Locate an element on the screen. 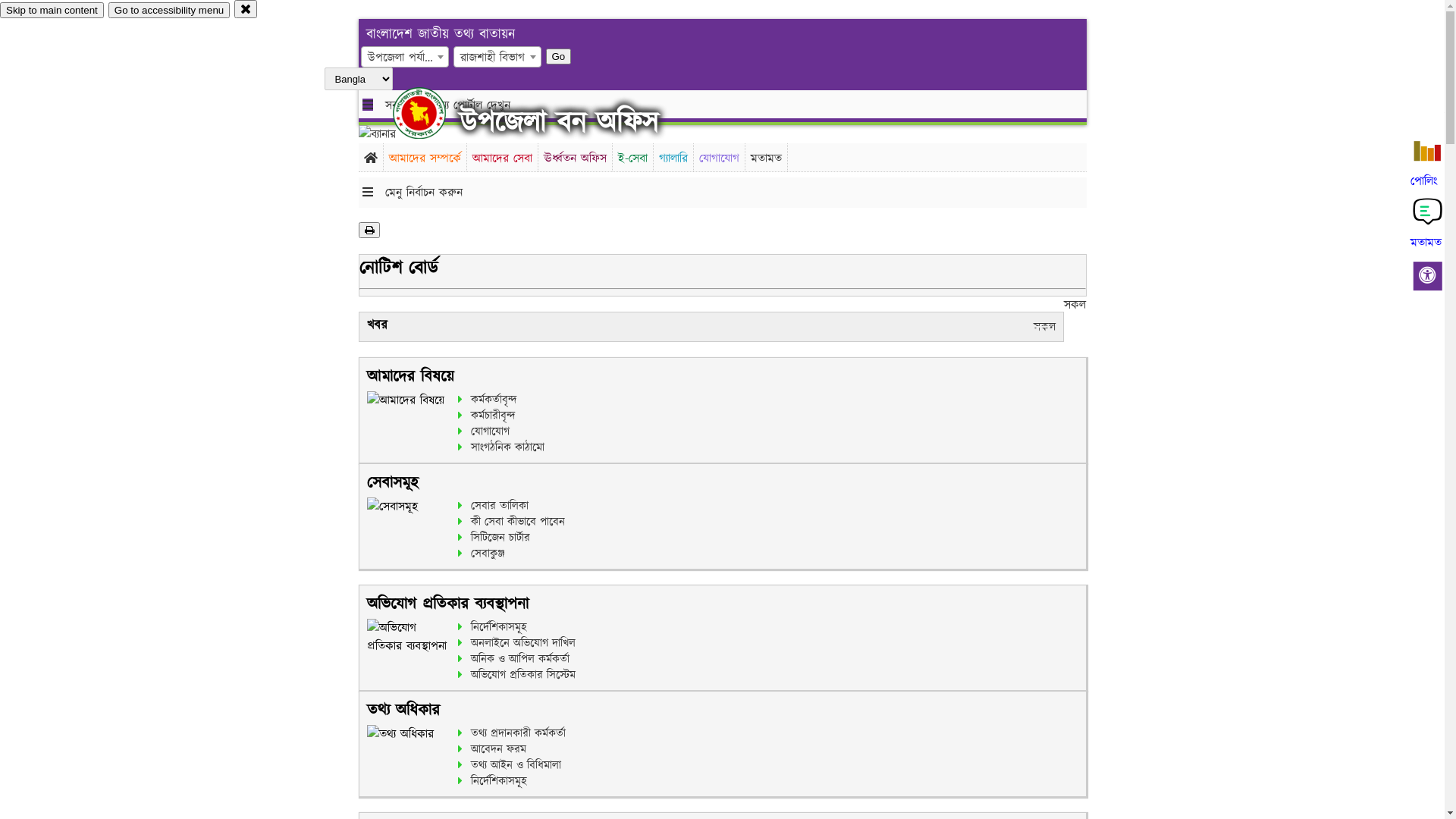  'Go to accessibility menu' is located at coordinates (108, 10).